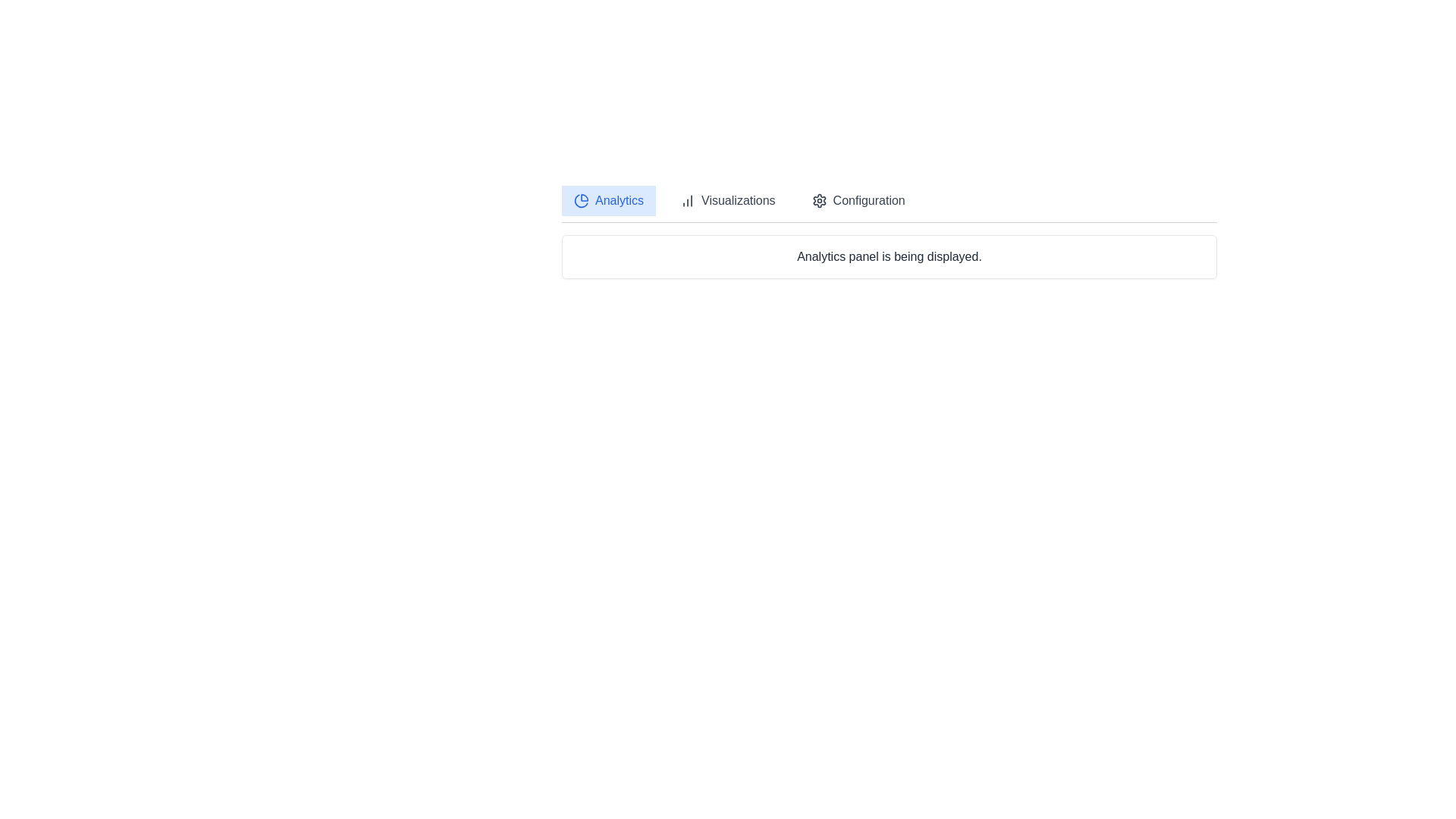 This screenshot has width=1456, height=819. What do you see at coordinates (608, 200) in the screenshot?
I see `the tab labeled Analytics to inspect its icon and label` at bounding box center [608, 200].